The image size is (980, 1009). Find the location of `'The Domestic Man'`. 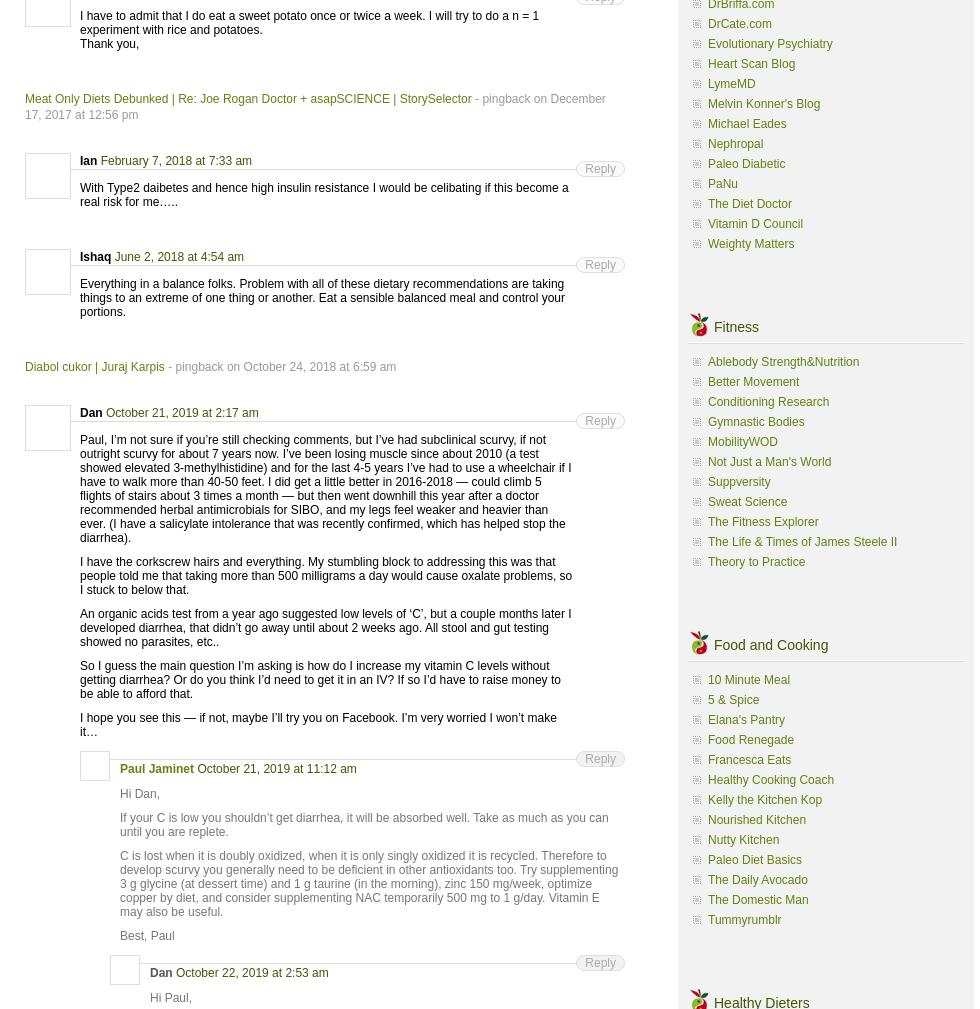

'The Domestic Man' is located at coordinates (758, 899).